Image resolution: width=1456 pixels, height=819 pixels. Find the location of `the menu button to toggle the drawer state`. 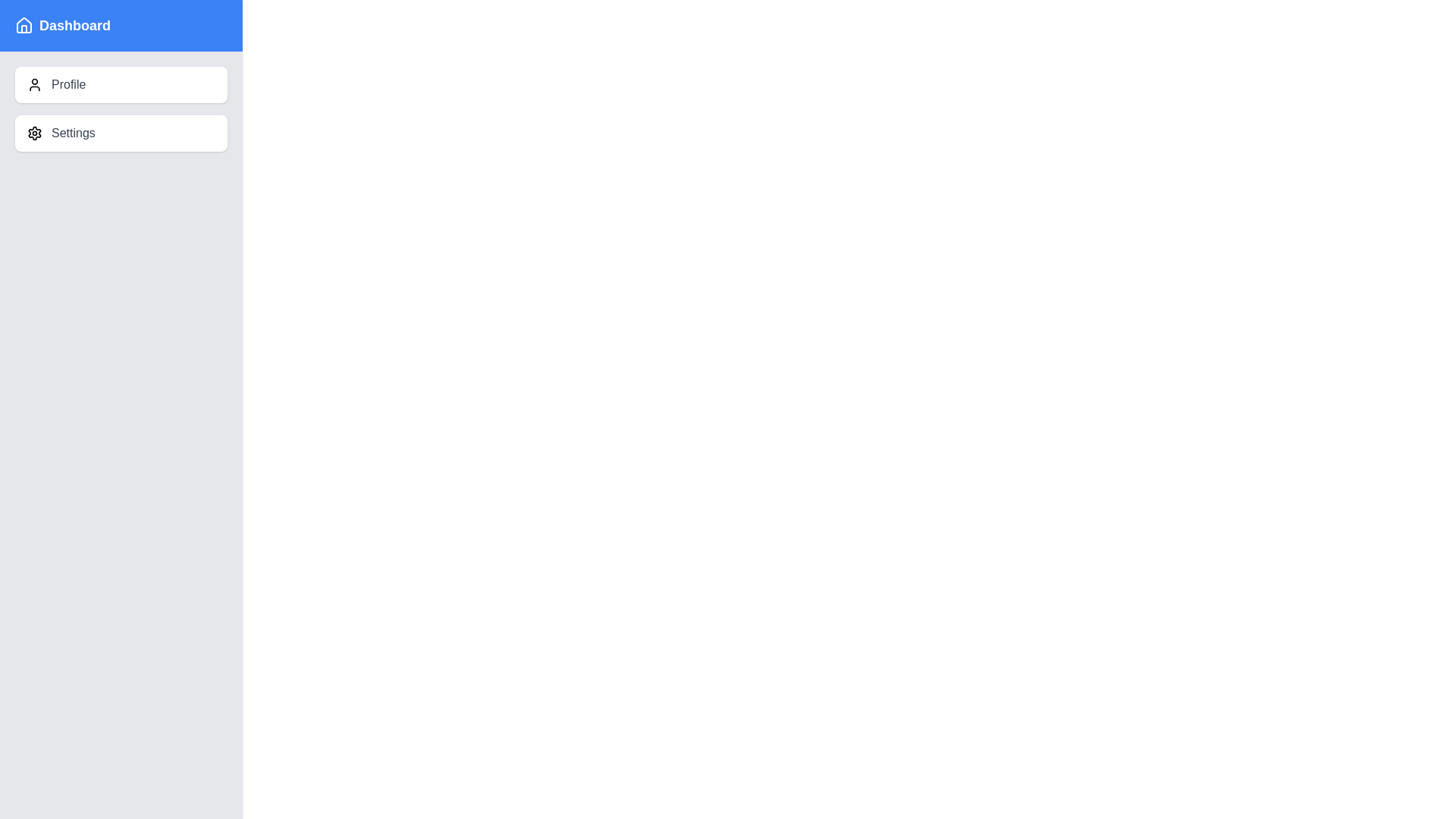

the menu button to toggle the drawer state is located at coordinates (36, 38).